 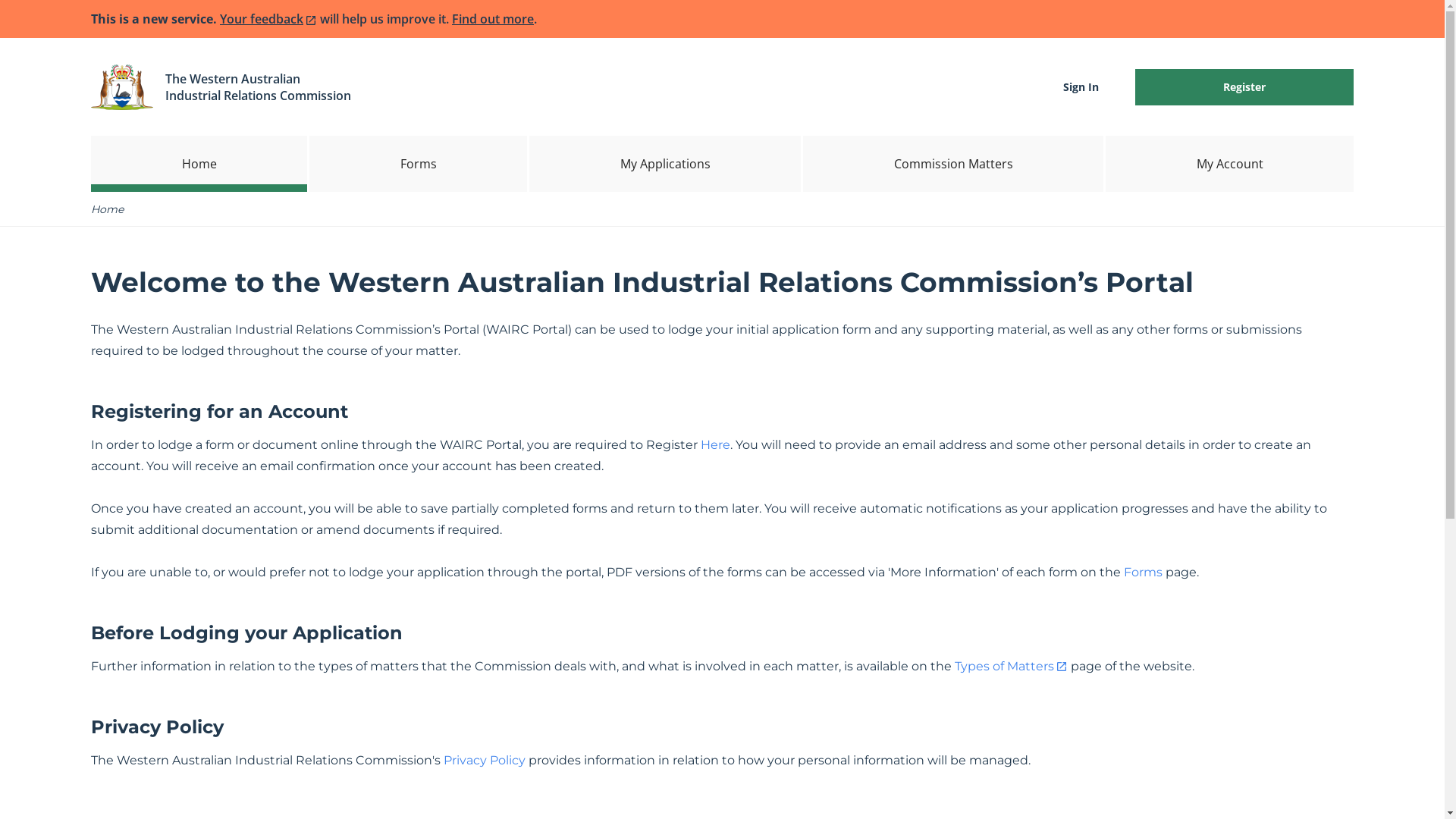 What do you see at coordinates (1229, 164) in the screenshot?
I see `'My Account'` at bounding box center [1229, 164].